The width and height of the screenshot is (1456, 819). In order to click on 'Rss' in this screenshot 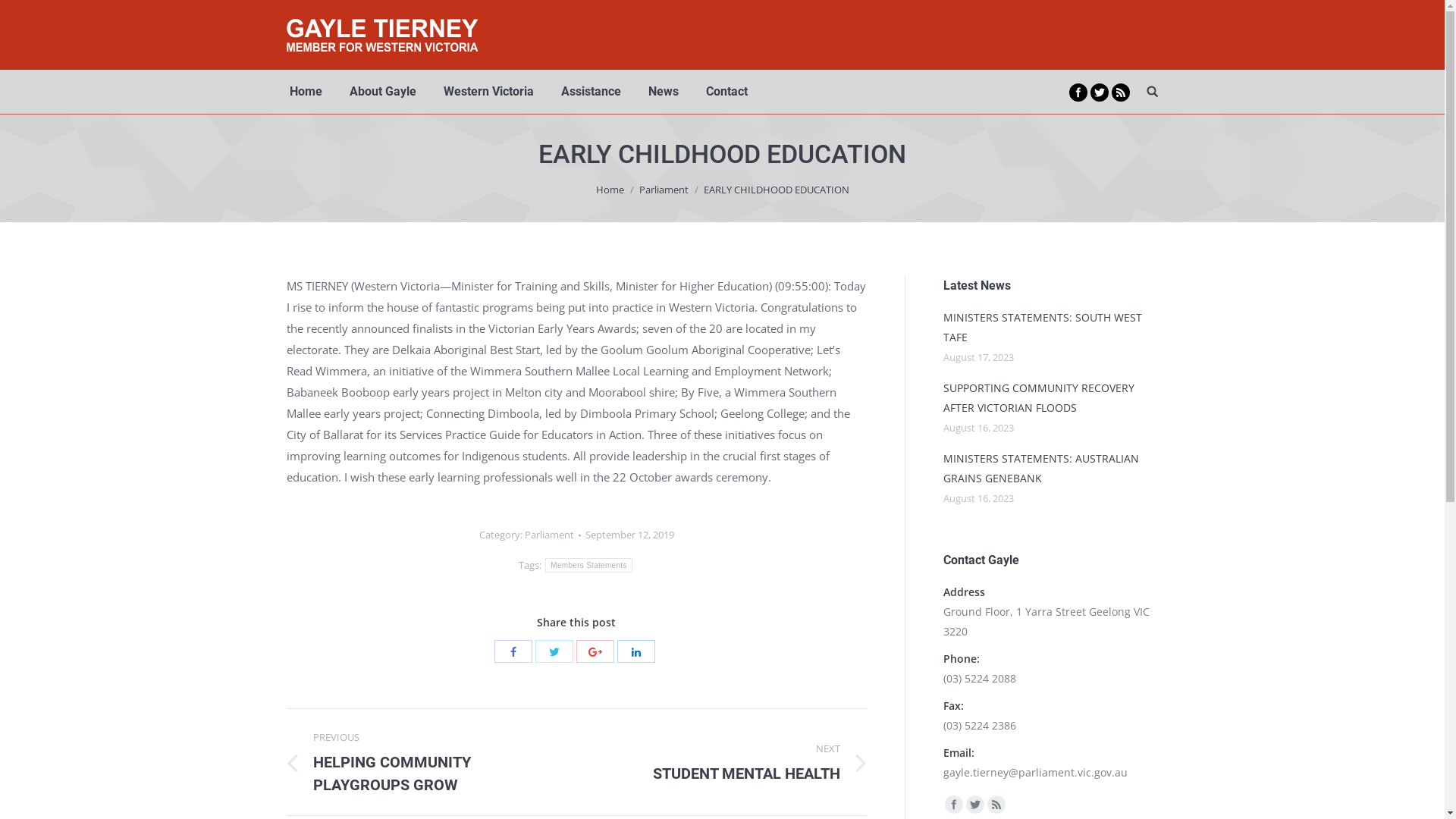, I will do `click(1121, 93)`.